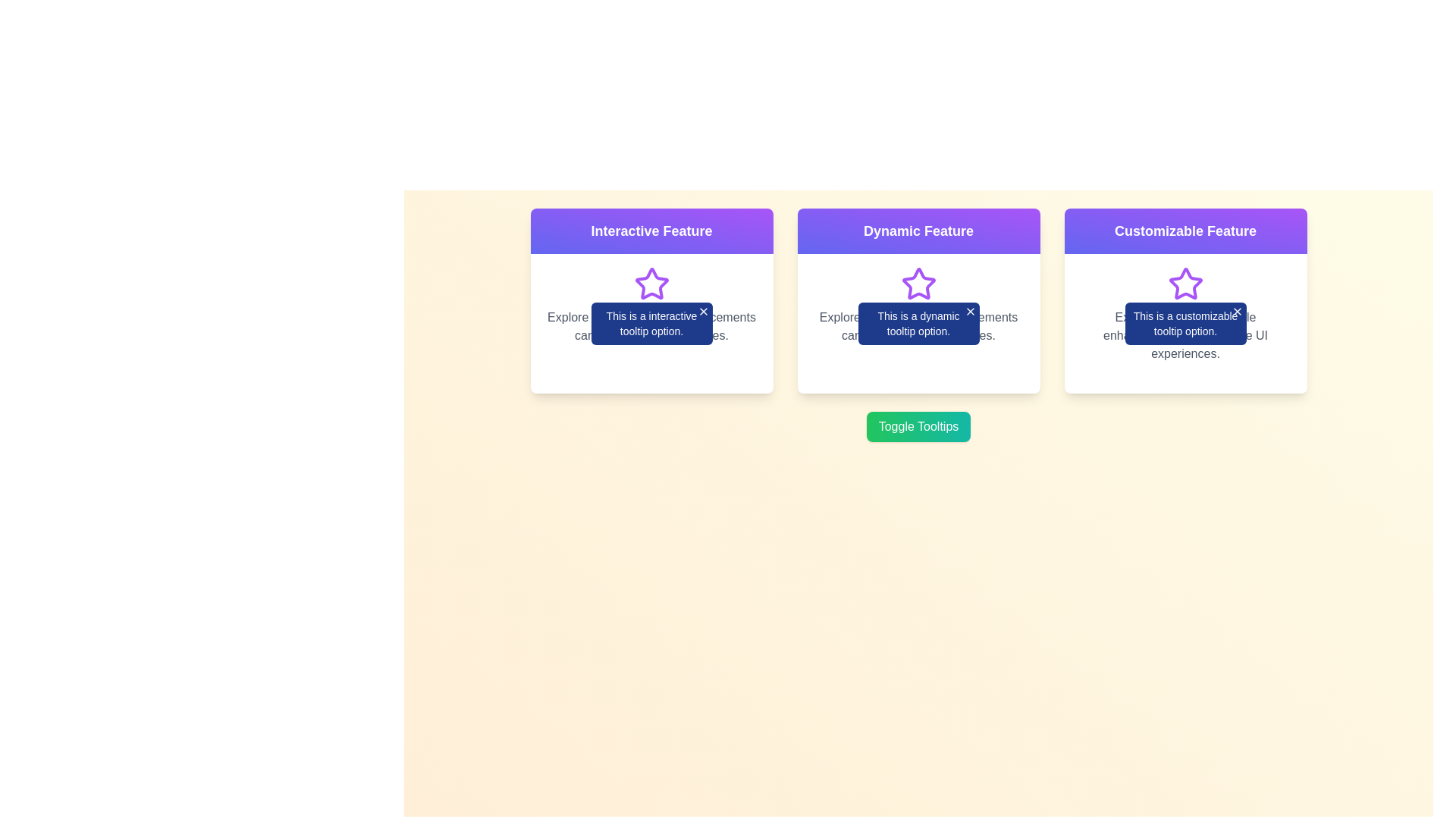 Image resolution: width=1456 pixels, height=819 pixels. Describe the element at coordinates (1185, 284) in the screenshot. I see `the star-shaped icon filled with a gradient purple color located in the top center of the third card labeled 'Customizable Feature'` at that location.